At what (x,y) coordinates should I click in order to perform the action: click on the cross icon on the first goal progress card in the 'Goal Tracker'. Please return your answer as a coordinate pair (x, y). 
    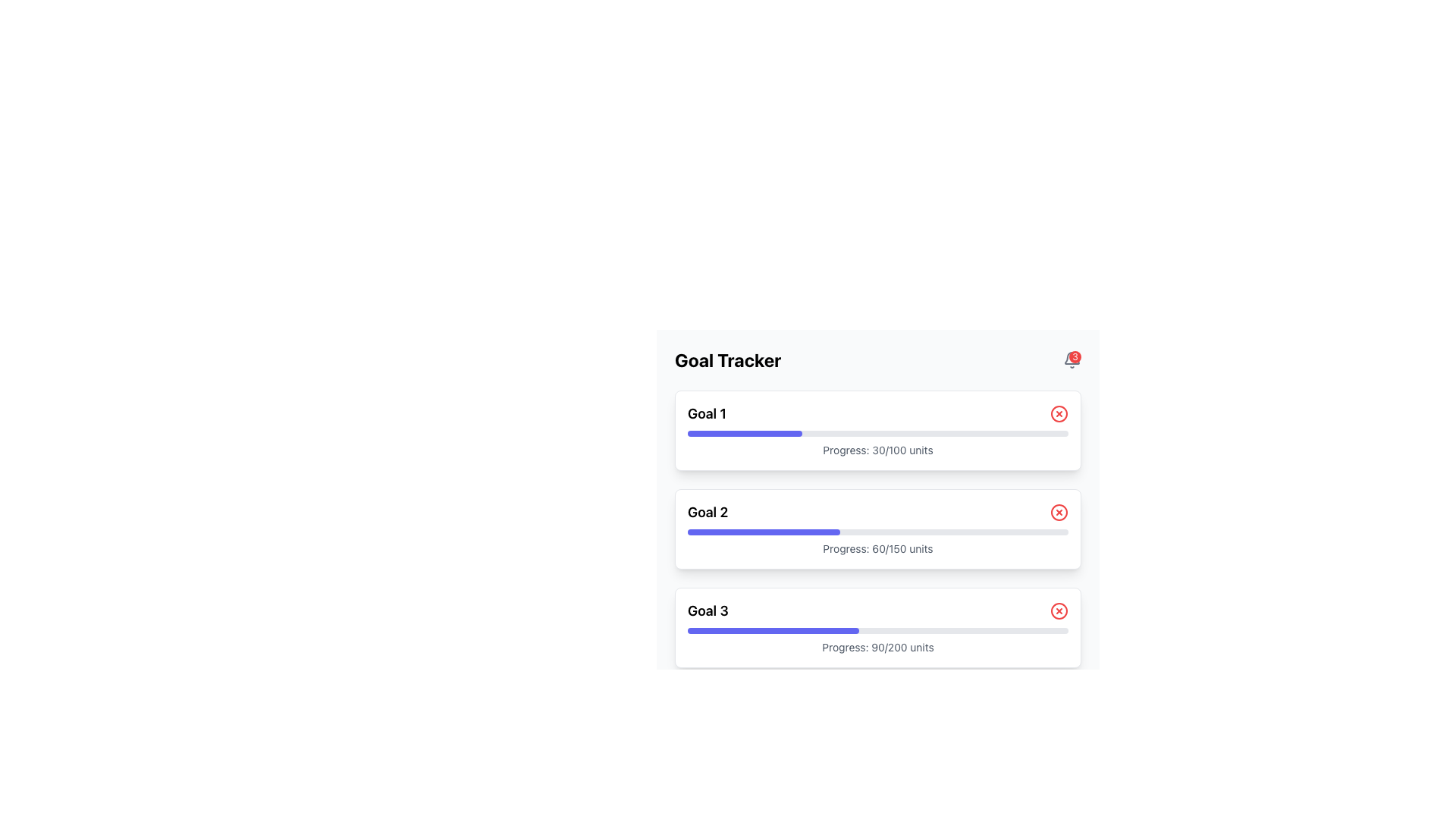
    Looking at the image, I should click on (877, 430).